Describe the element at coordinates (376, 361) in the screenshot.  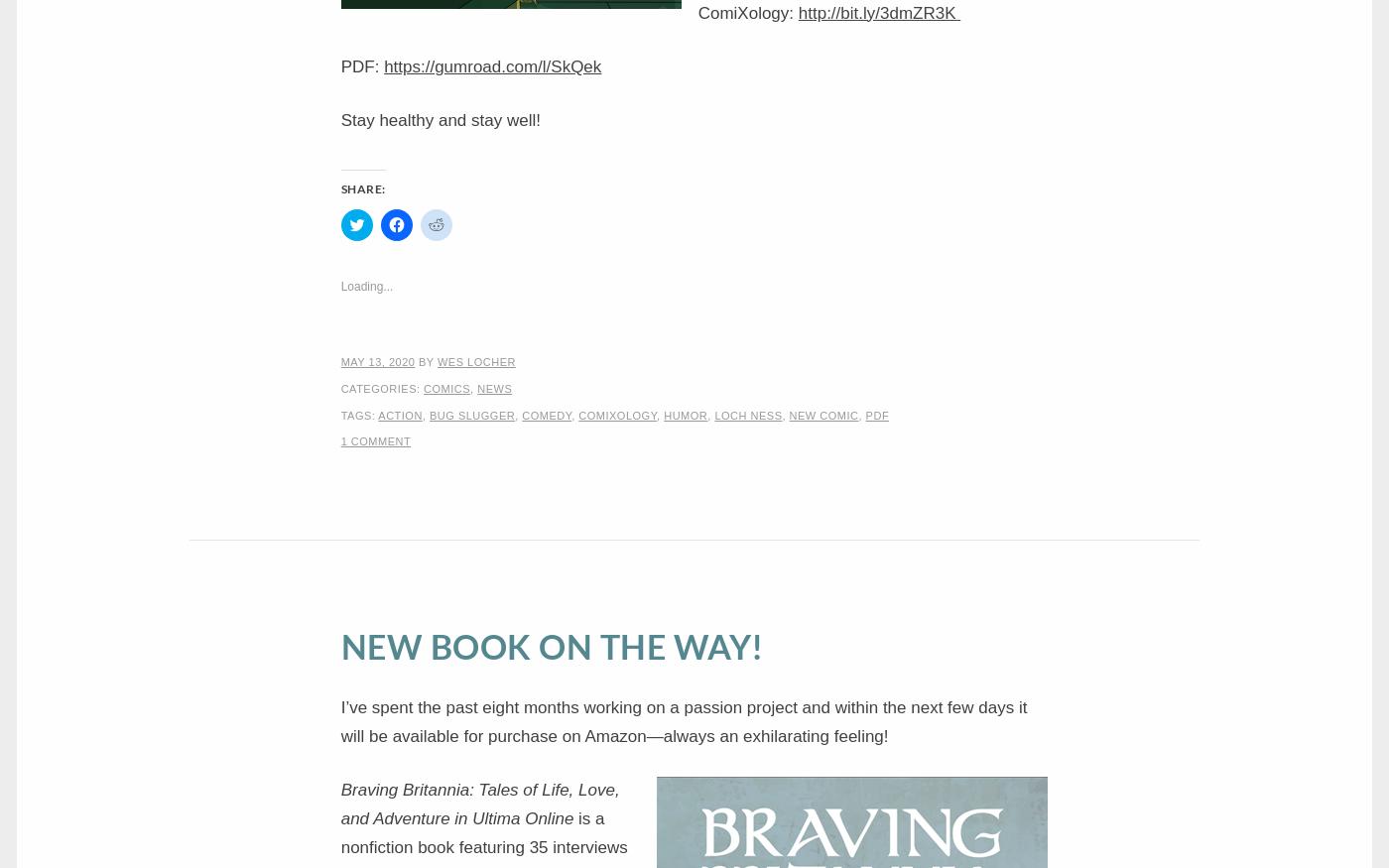
I see `'May 13, 2020'` at that location.